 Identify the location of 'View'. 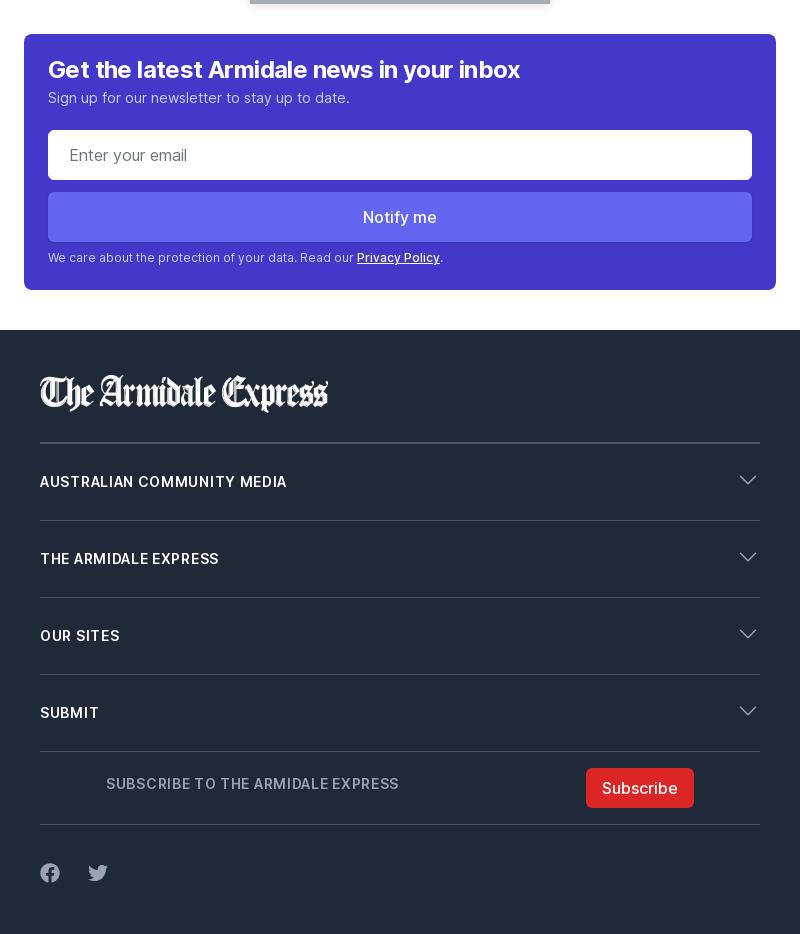
(55, 665).